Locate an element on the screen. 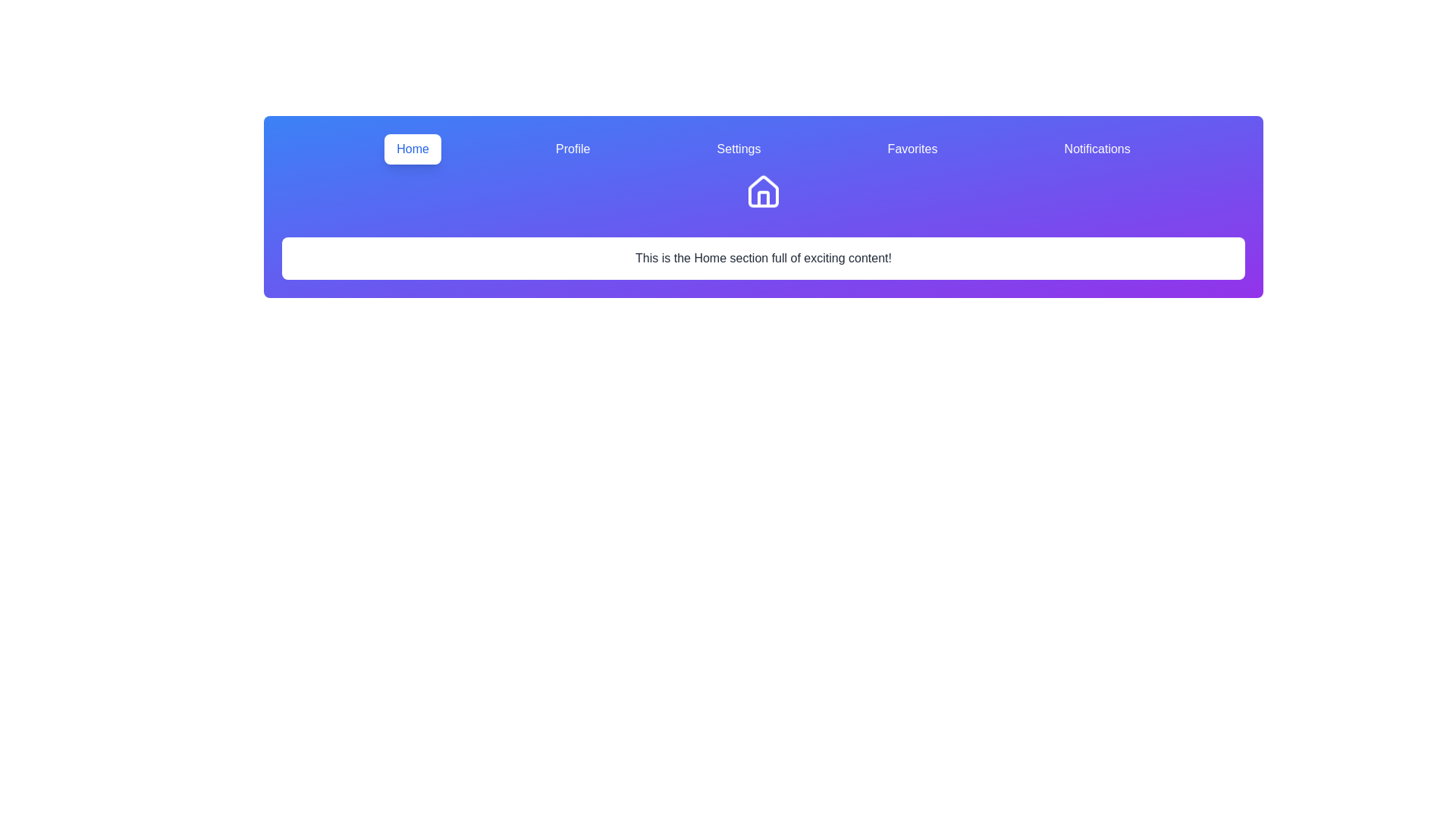  the text label that reads 'This is the Home section full of exciting content!' which is displayed in dark gray on a white background, located below the blue-purple gradient navigation bar is located at coordinates (764, 257).